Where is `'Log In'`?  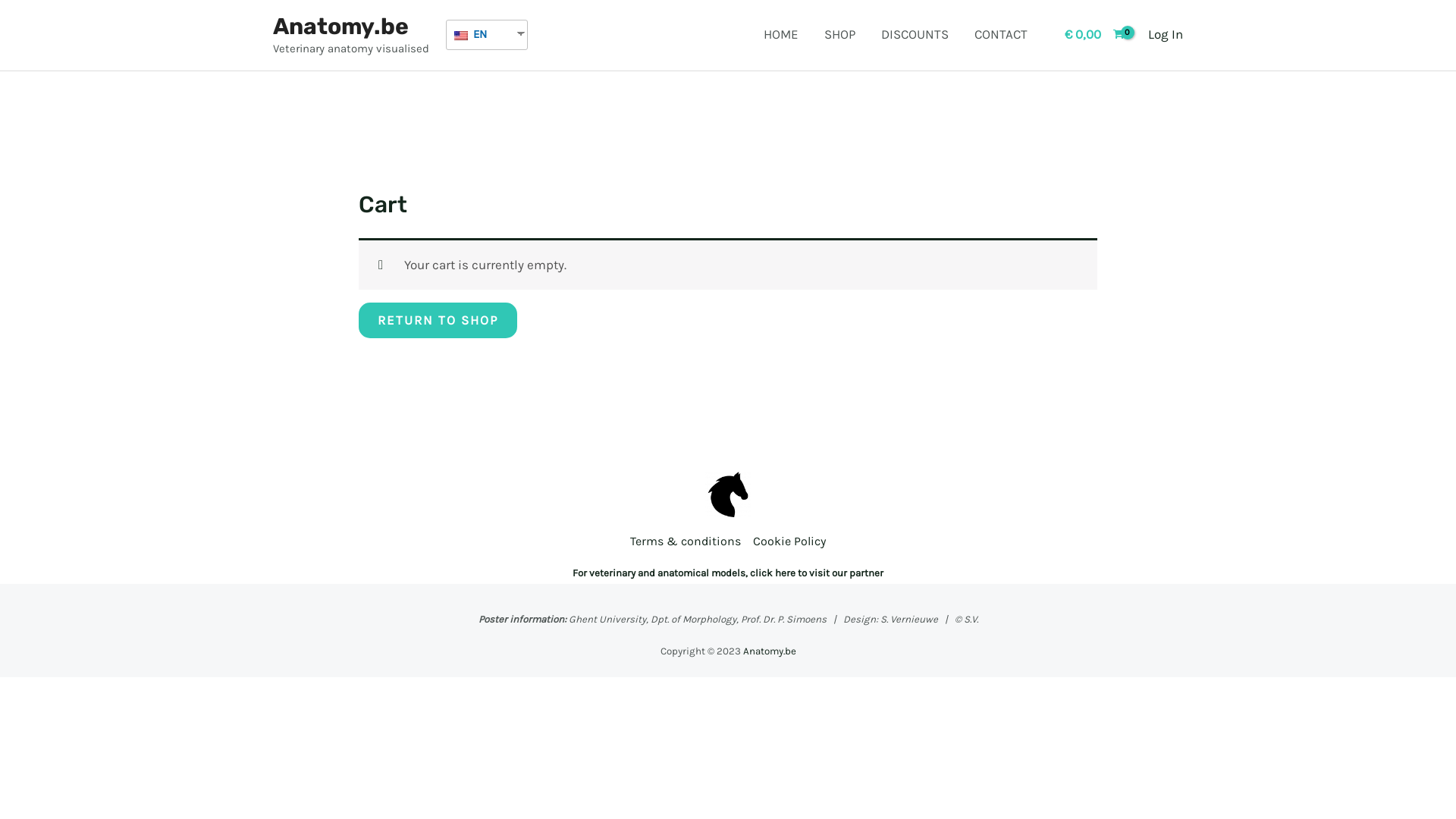
'Log In' is located at coordinates (1147, 34).